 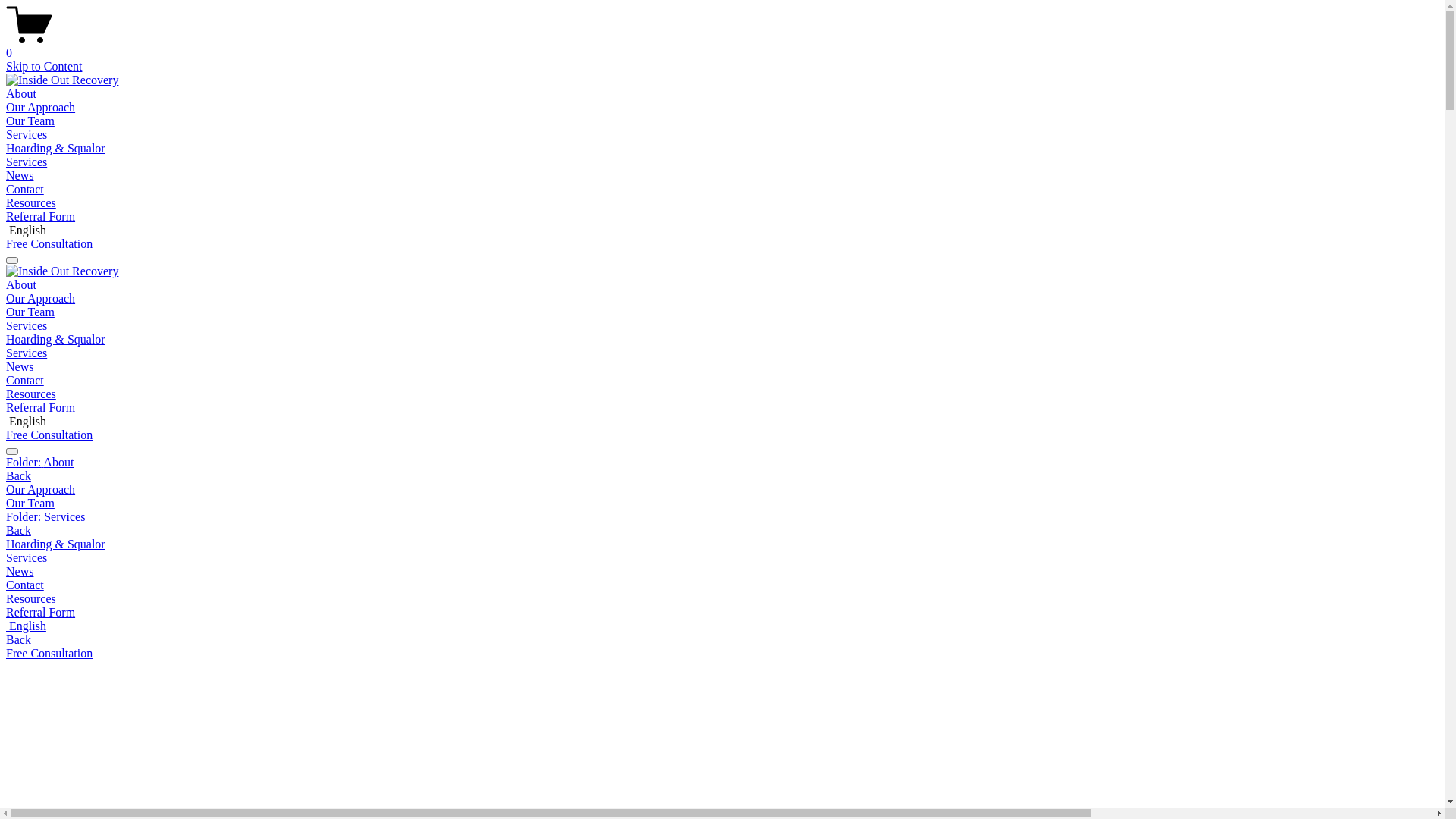 I want to click on 'News', so click(x=19, y=174).